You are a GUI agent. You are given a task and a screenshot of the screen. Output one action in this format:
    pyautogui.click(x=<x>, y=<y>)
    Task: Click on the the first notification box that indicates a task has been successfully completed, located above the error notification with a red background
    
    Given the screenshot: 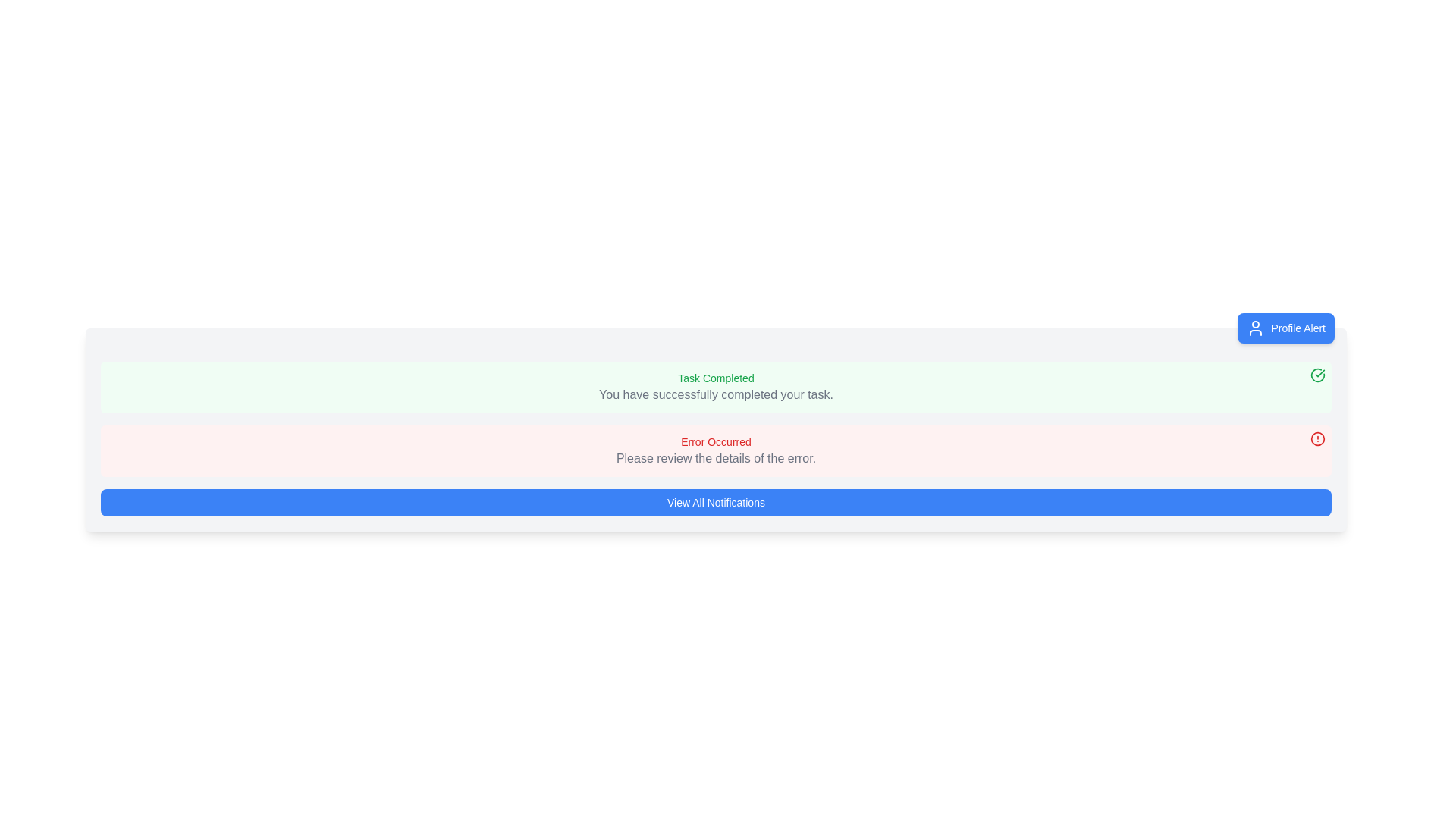 What is the action you would take?
    pyautogui.click(x=715, y=386)
    